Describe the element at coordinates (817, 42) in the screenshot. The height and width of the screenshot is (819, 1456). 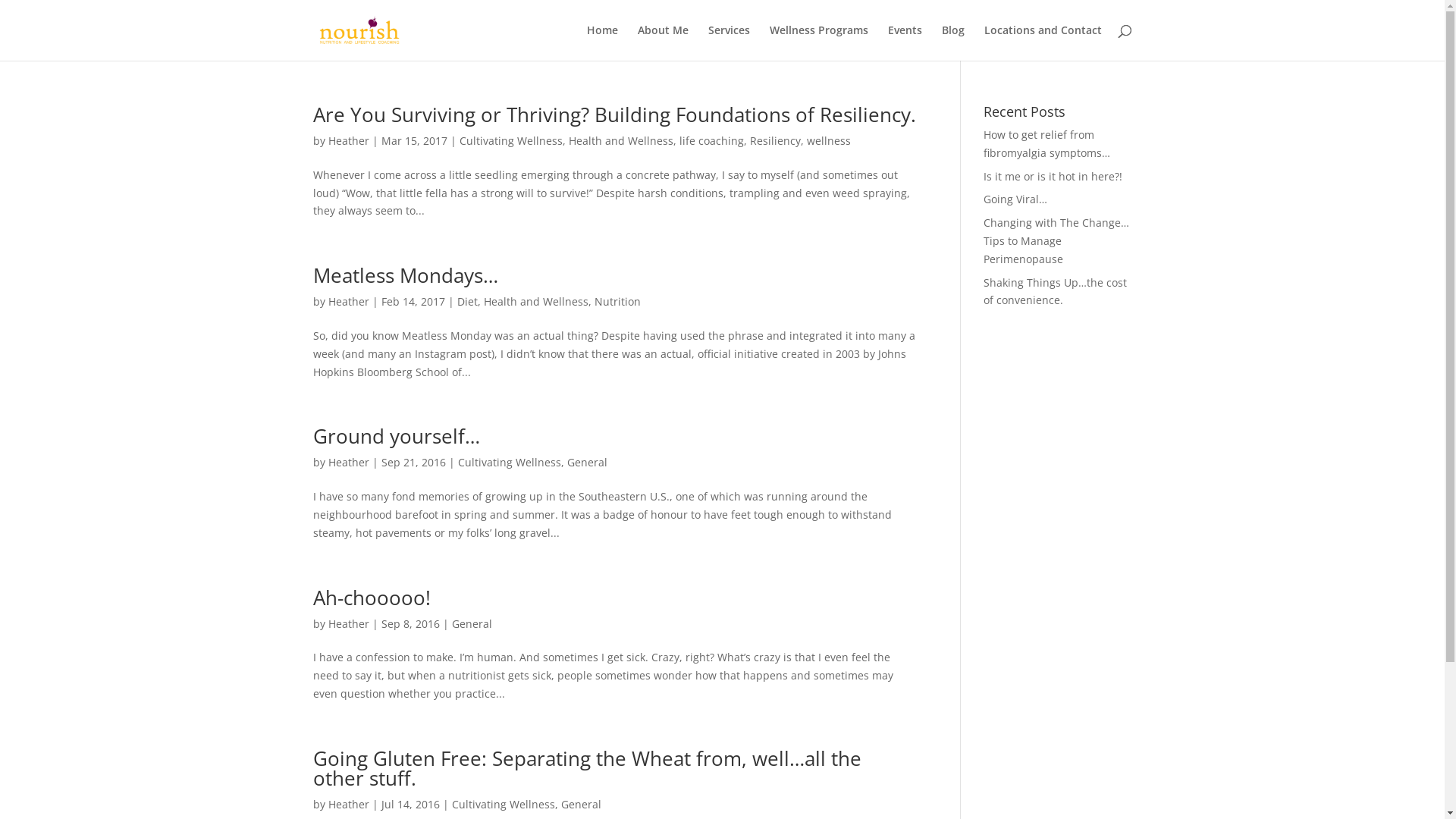
I see `'Wellness Programs'` at that location.